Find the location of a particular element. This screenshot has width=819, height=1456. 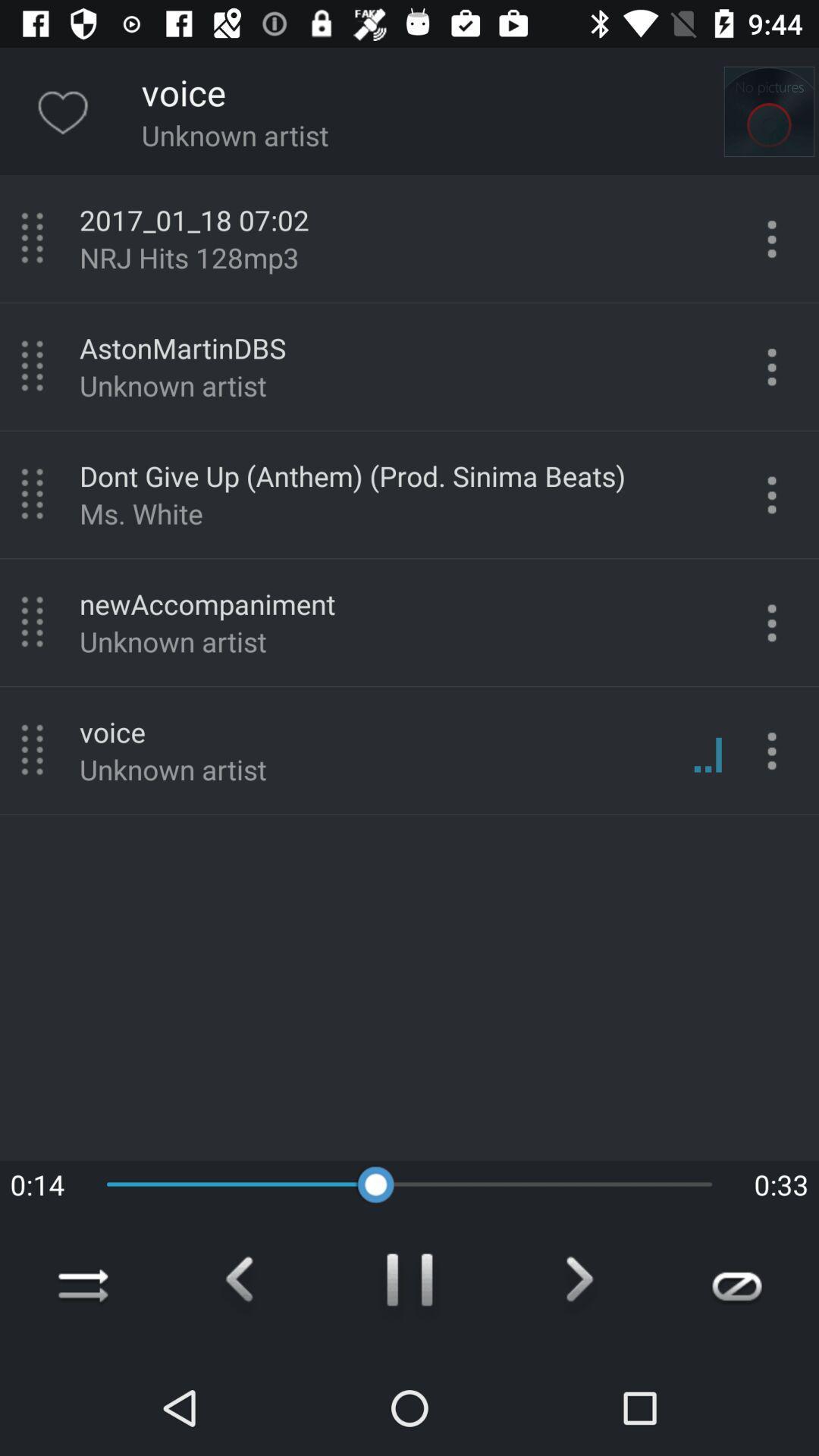

the arrow_forward icon is located at coordinates (573, 1283).